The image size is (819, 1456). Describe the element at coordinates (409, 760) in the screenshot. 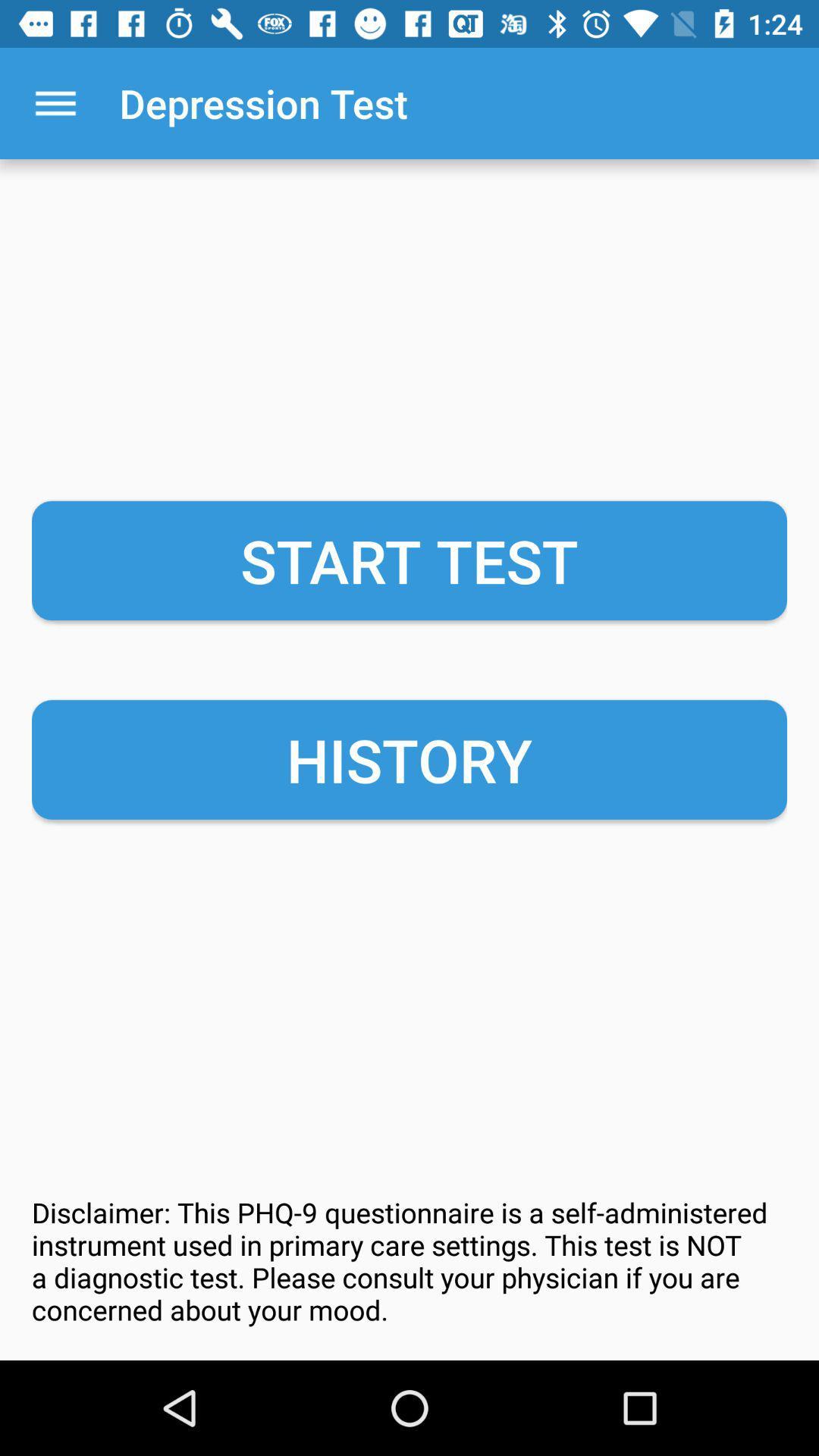

I see `history item` at that location.